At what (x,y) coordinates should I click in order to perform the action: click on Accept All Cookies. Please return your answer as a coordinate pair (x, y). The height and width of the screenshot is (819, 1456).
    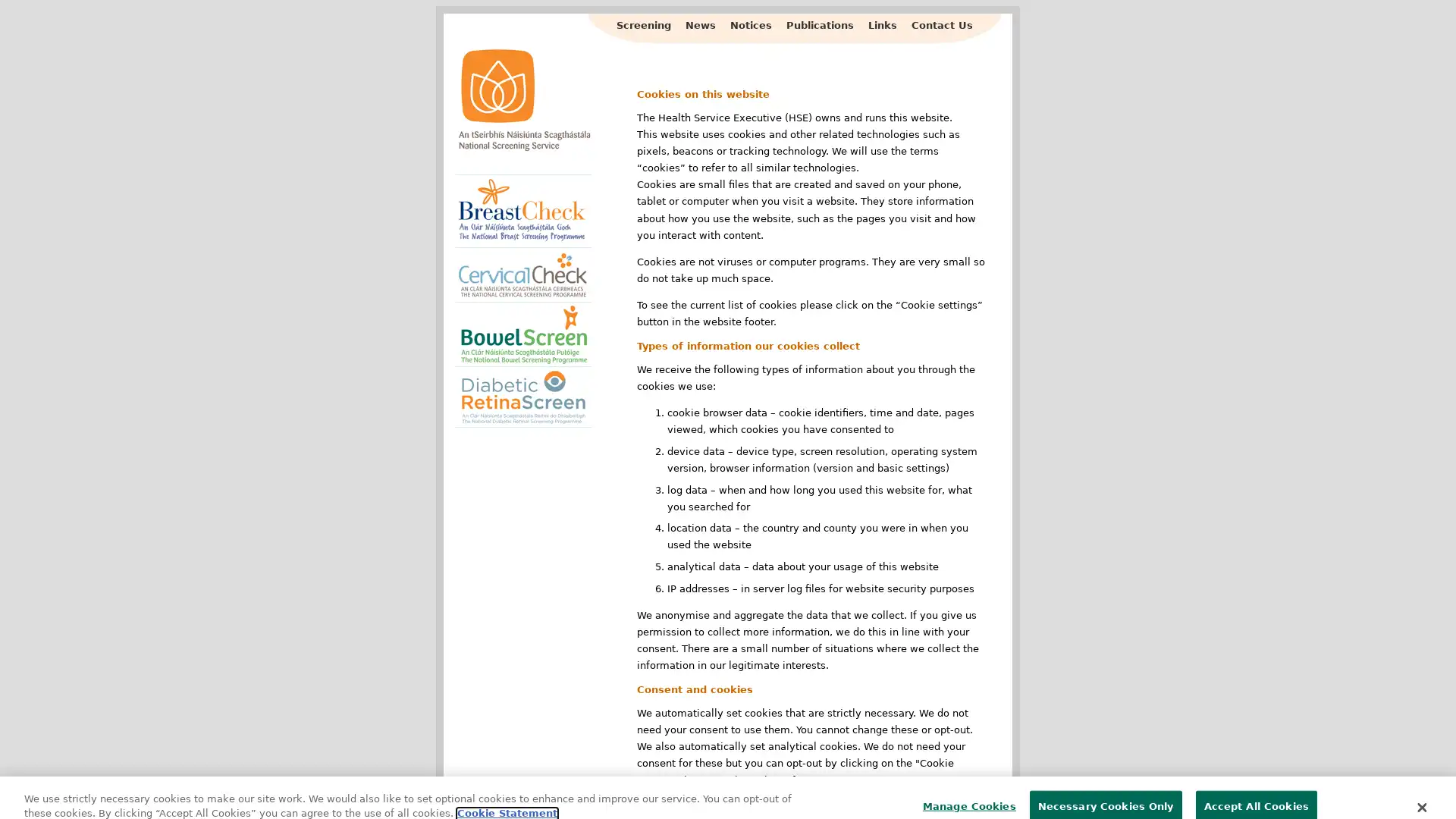
    Looking at the image, I should click on (1256, 786).